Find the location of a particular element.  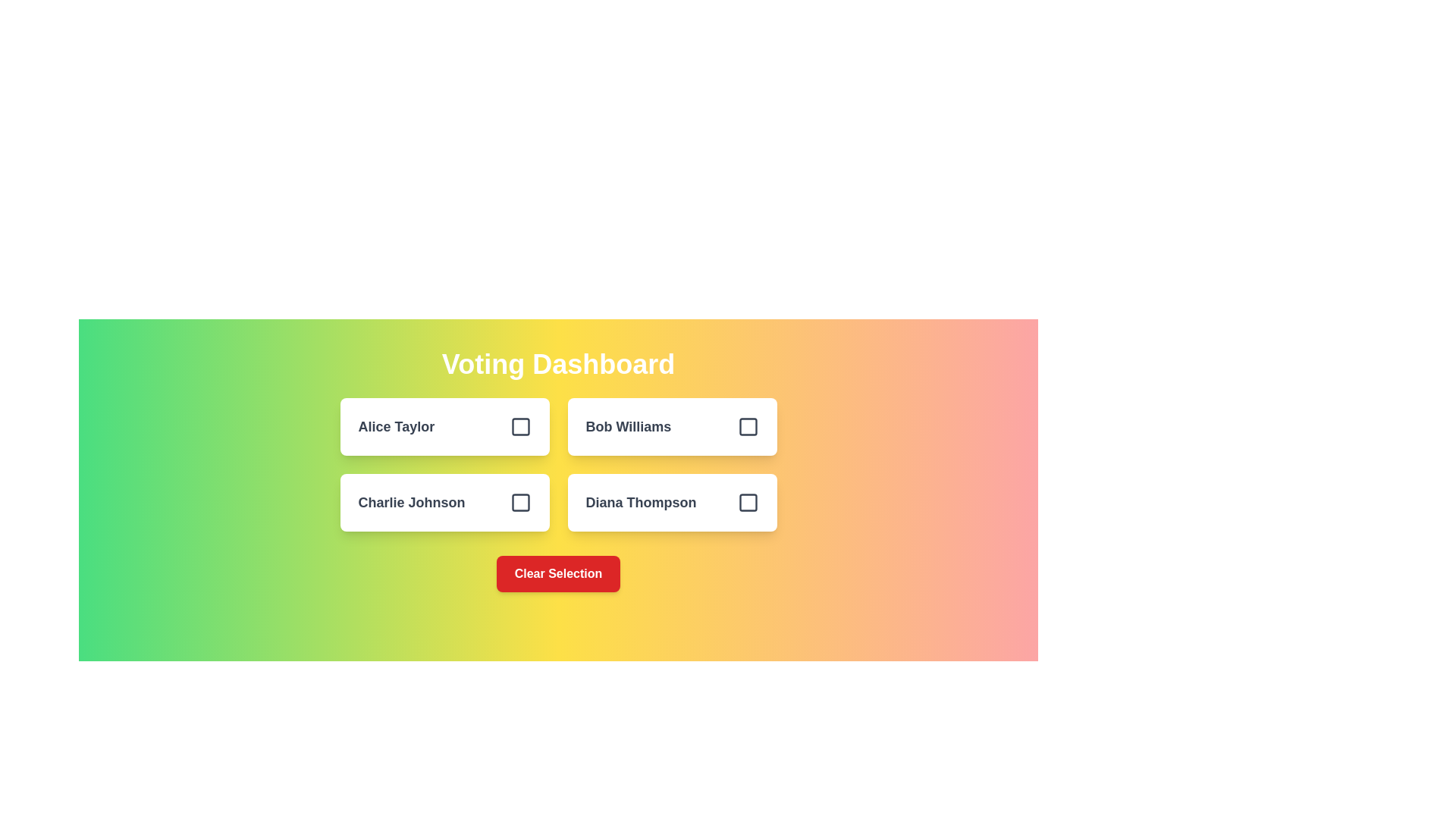

the candidate item Diana Thompson to observe the hover effect is located at coordinates (671, 503).